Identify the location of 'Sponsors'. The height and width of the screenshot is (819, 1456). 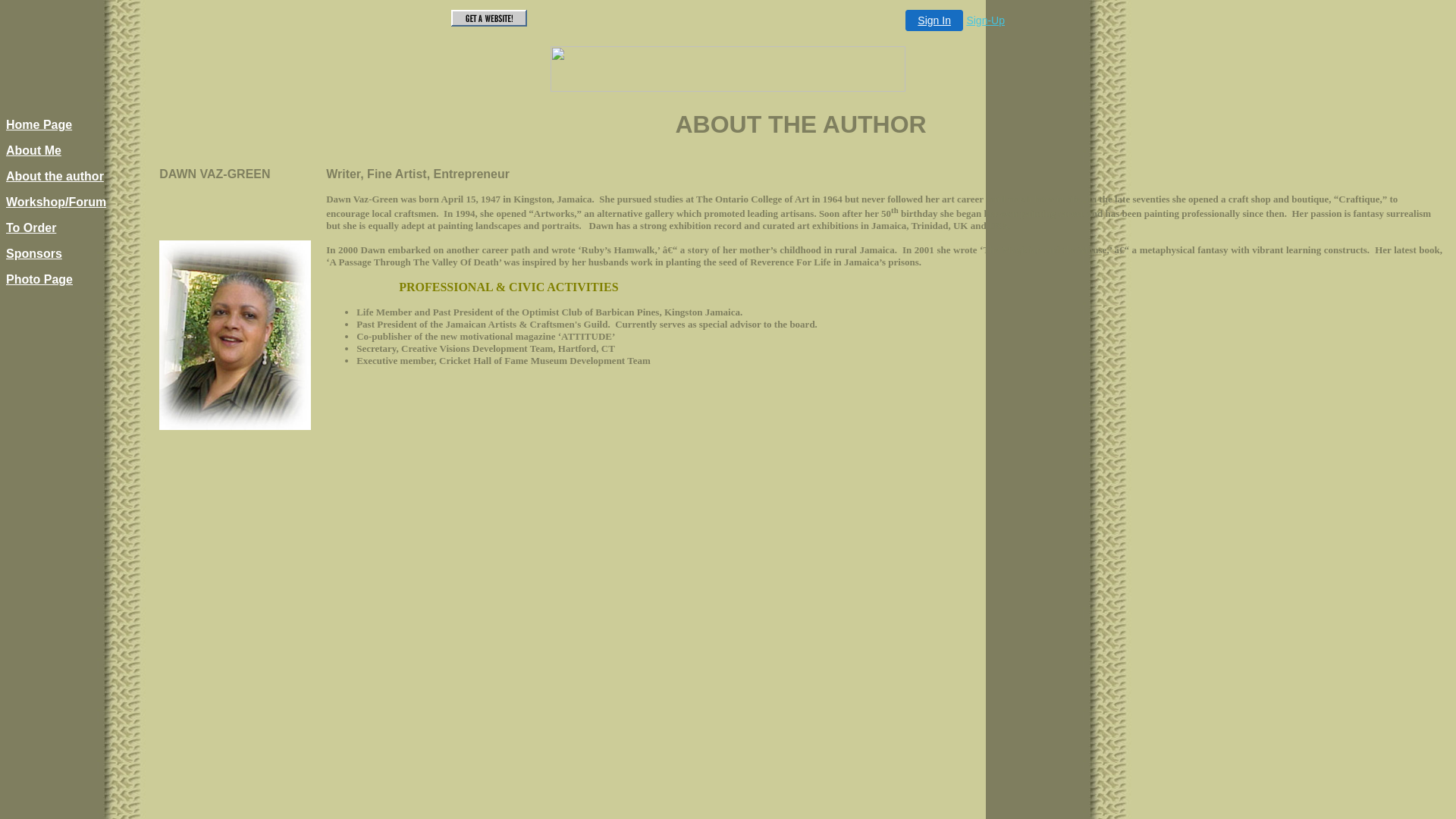
(6, 253).